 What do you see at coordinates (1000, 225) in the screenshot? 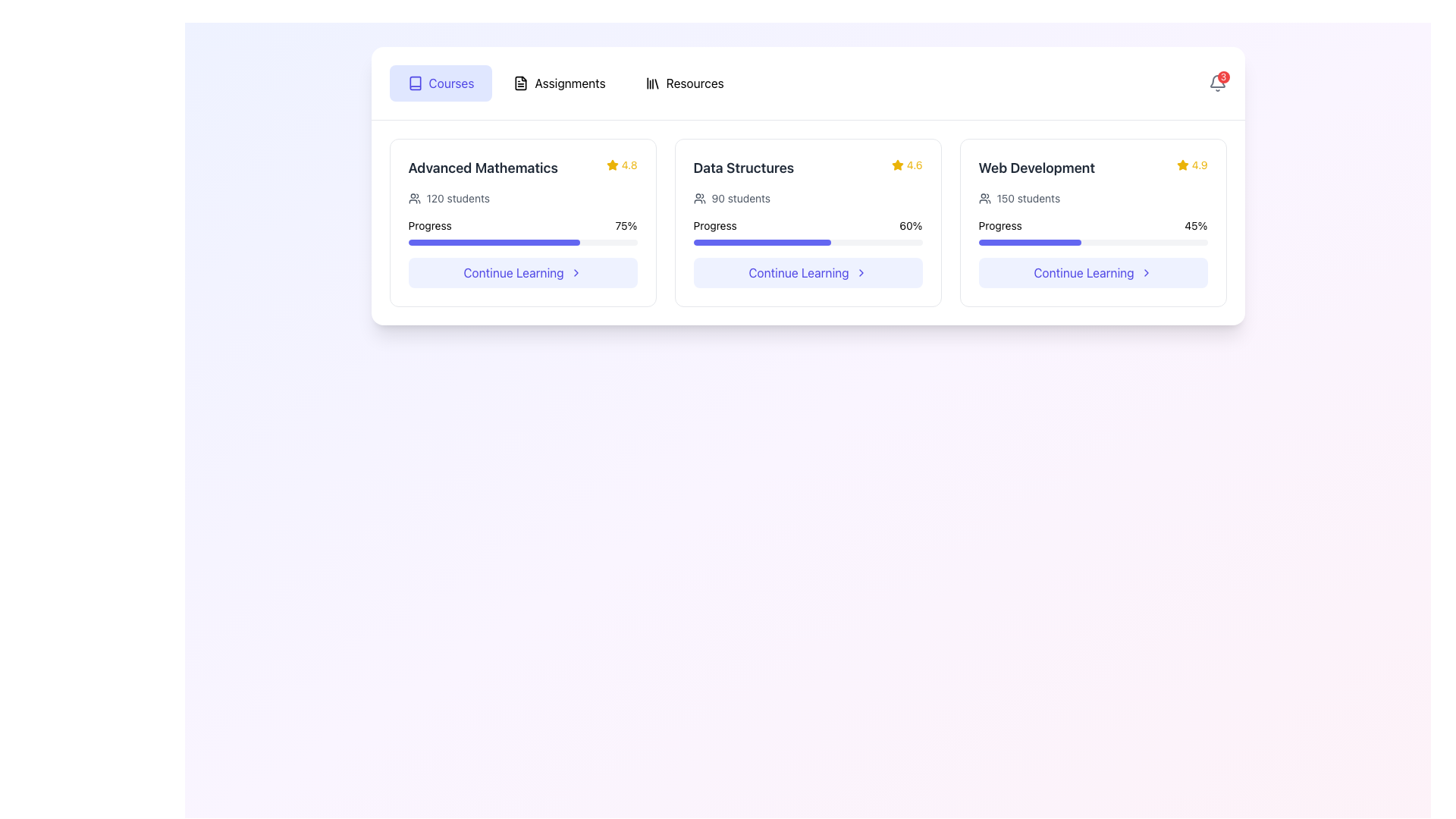
I see `the label located in the rightmost card of the horizontally aligned triplet, which provides clarification for the progress-related information and is positioned above the progress bar near the percentage value '45%` at bounding box center [1000, 225].